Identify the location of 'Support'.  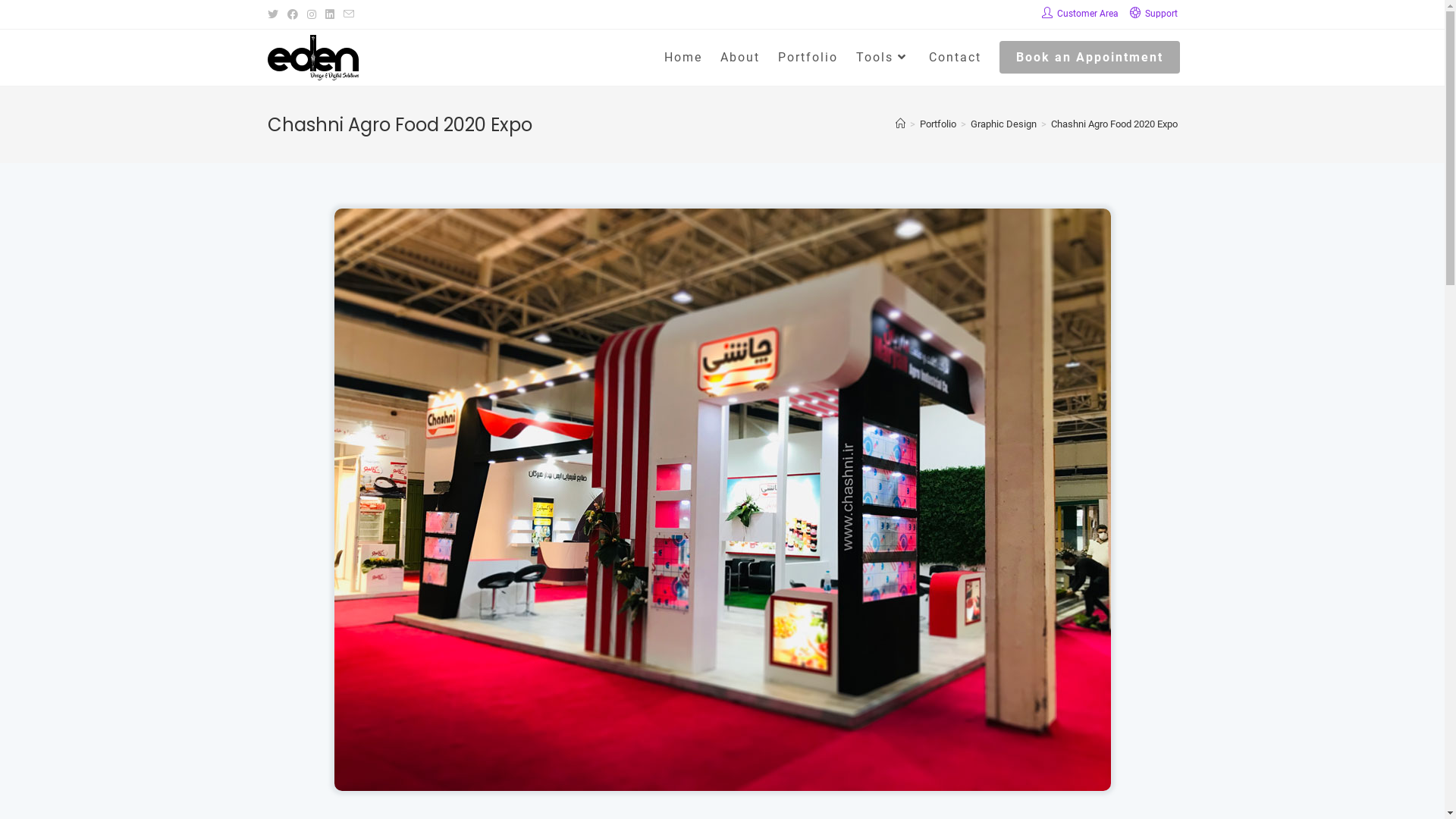
(1153, 14).